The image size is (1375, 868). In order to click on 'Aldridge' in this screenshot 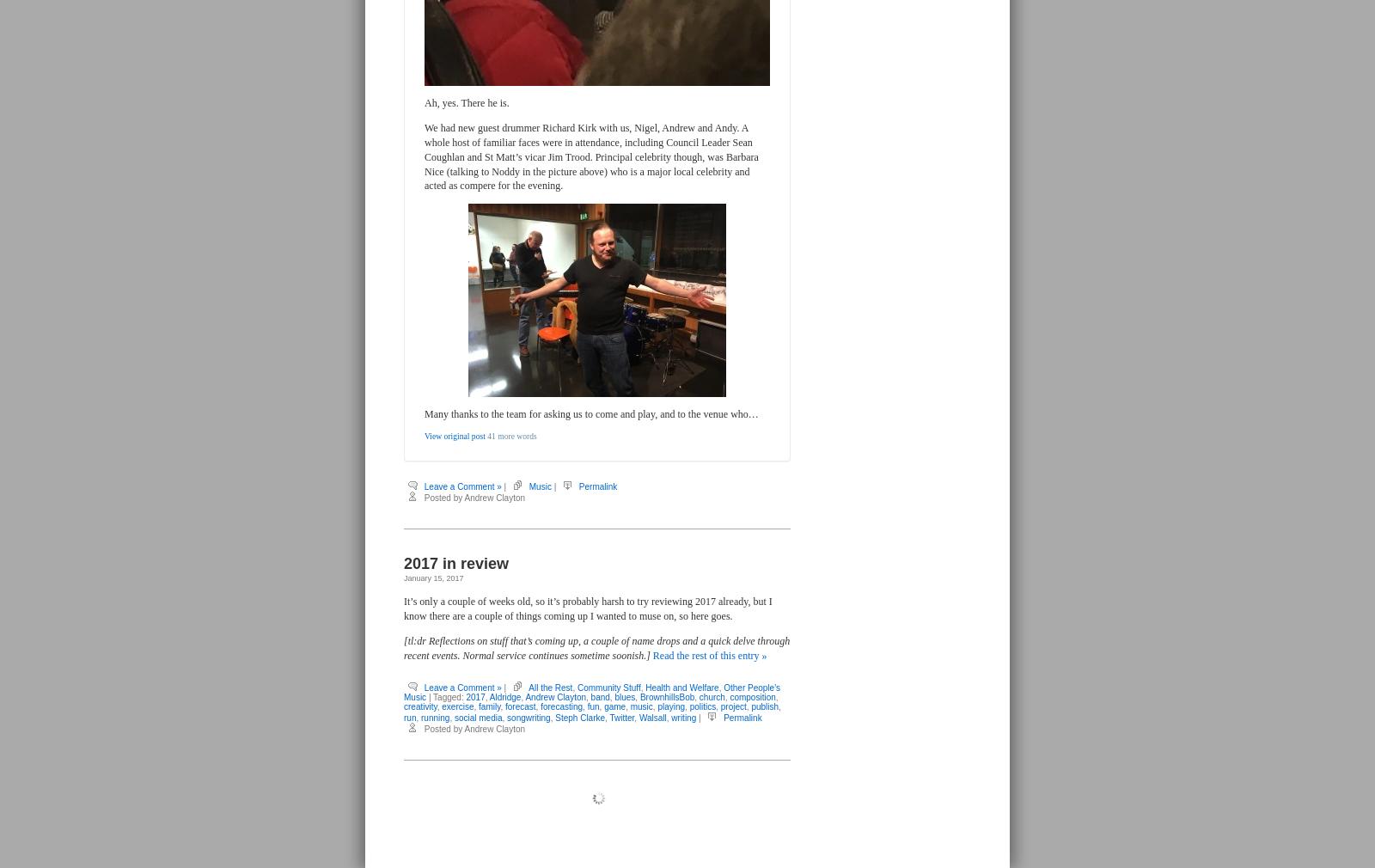, I will do `click(504, 697)`.